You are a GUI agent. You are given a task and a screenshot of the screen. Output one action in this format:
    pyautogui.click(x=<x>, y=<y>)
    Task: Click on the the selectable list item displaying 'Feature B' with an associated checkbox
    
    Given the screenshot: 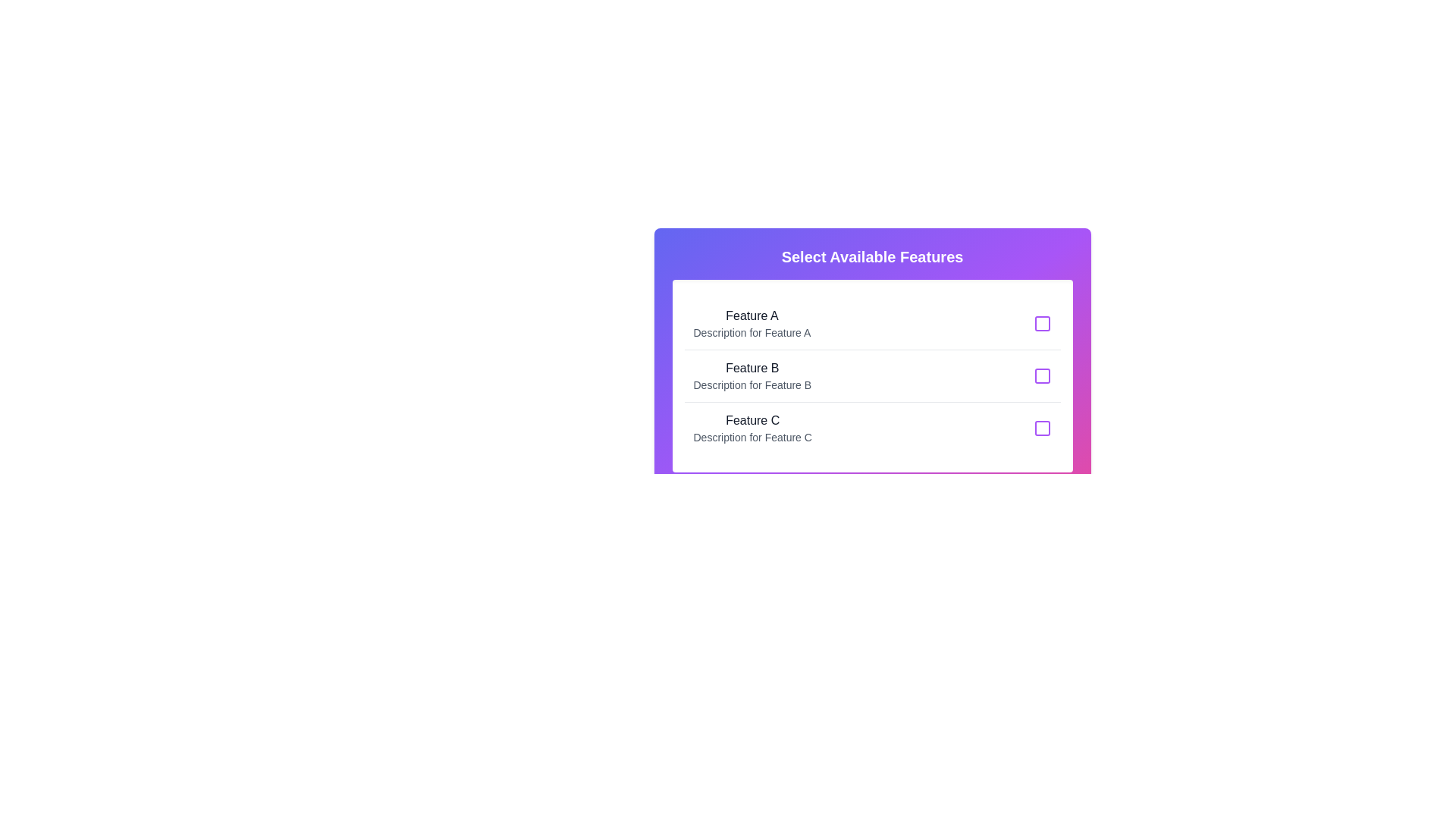 What is the action you would take?
    pyautogui.click(x=872, y=375)
    